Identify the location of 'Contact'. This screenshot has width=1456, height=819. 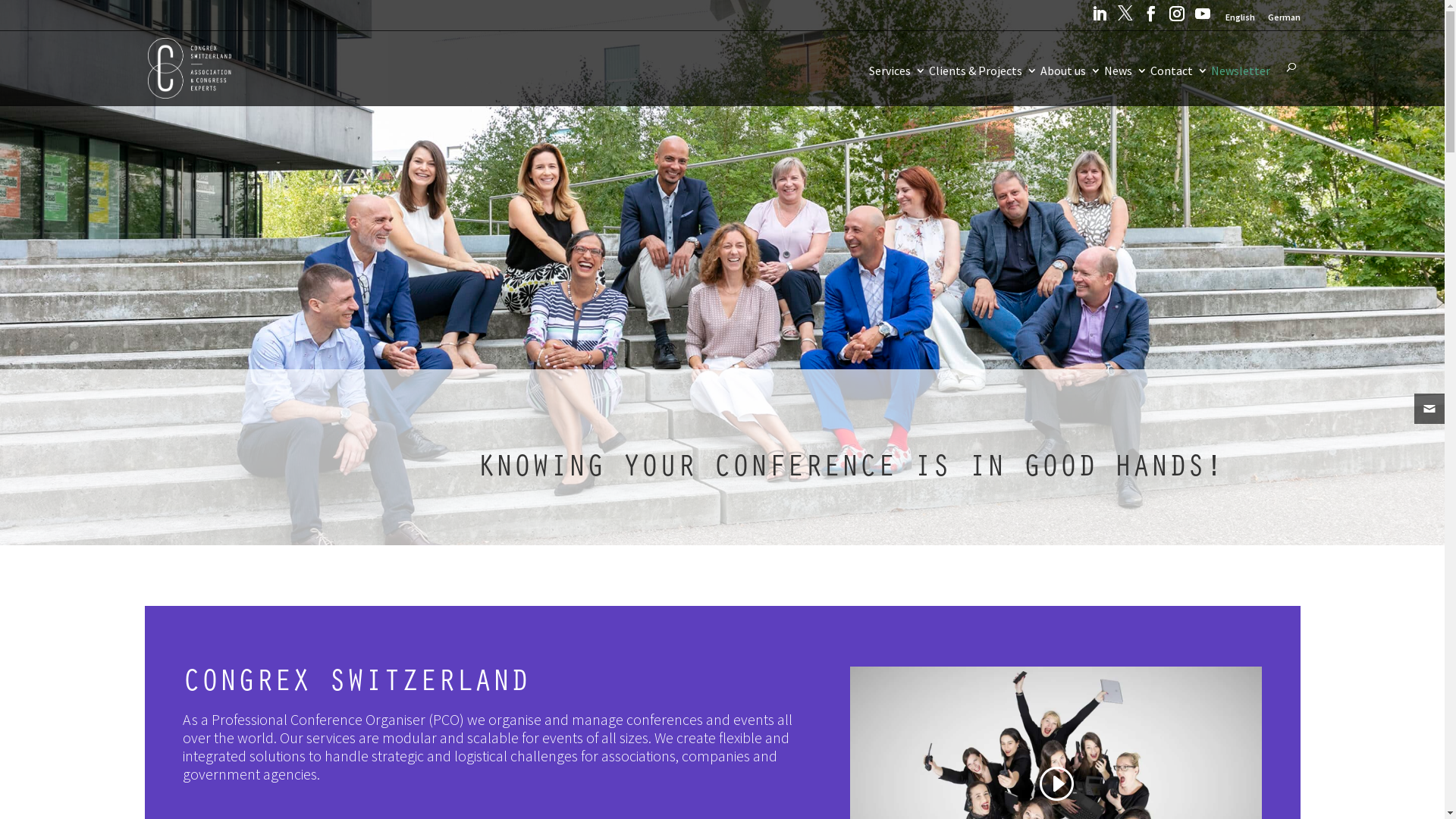
(1178, 85).